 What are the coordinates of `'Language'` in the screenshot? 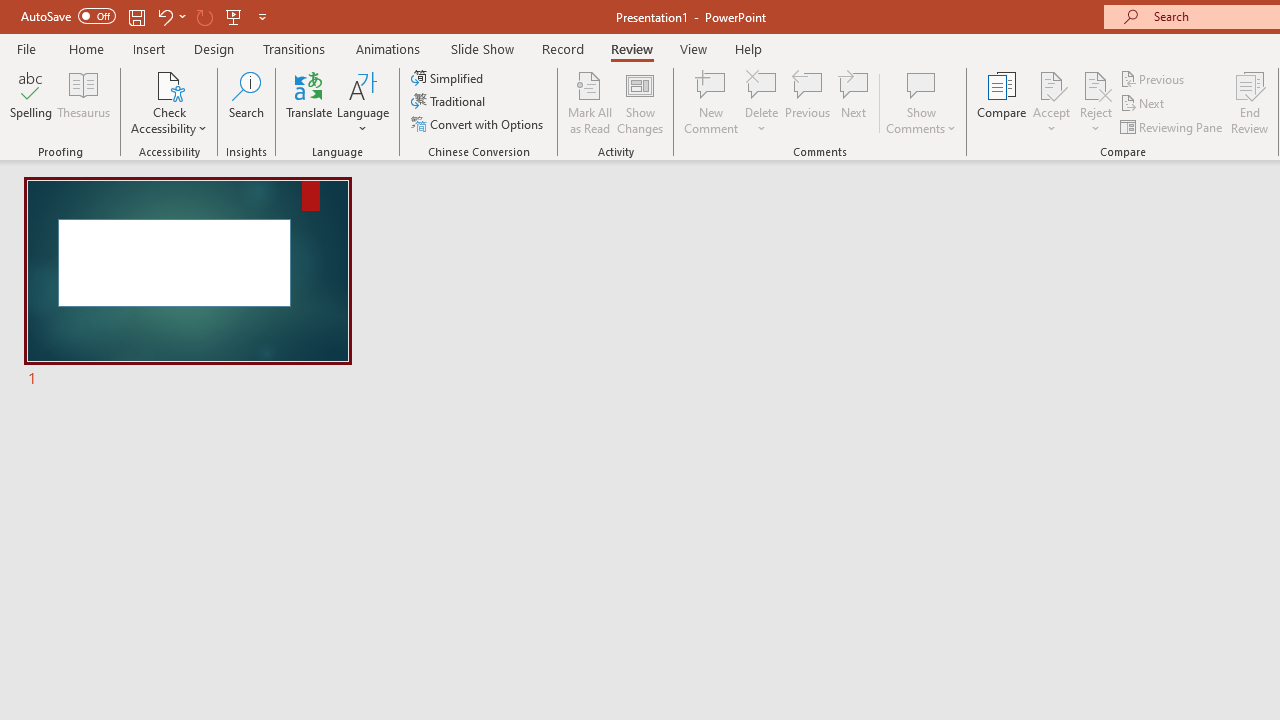 It's located at (363, 103).